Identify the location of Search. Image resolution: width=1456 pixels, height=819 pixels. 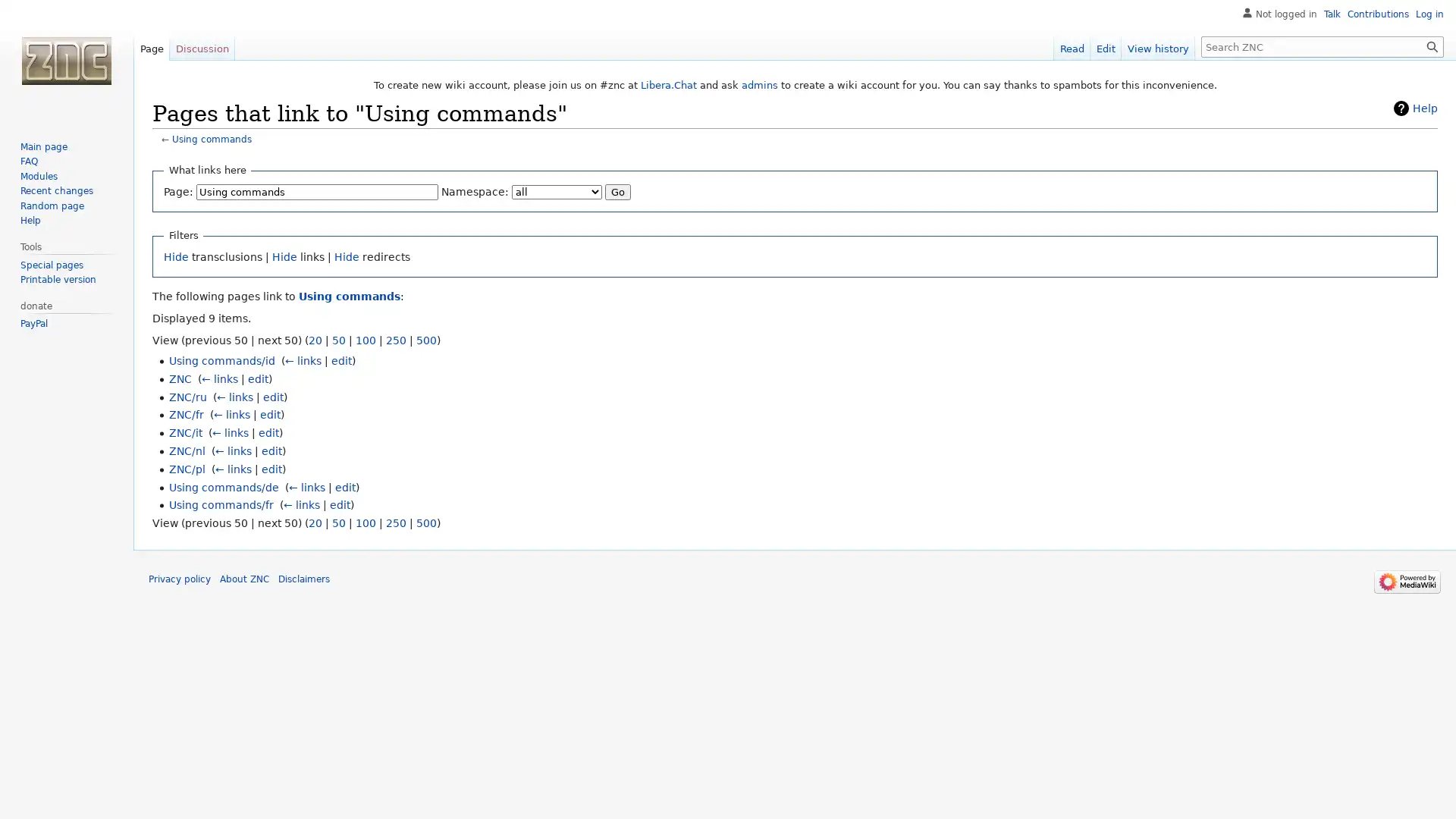
(1432, 45).